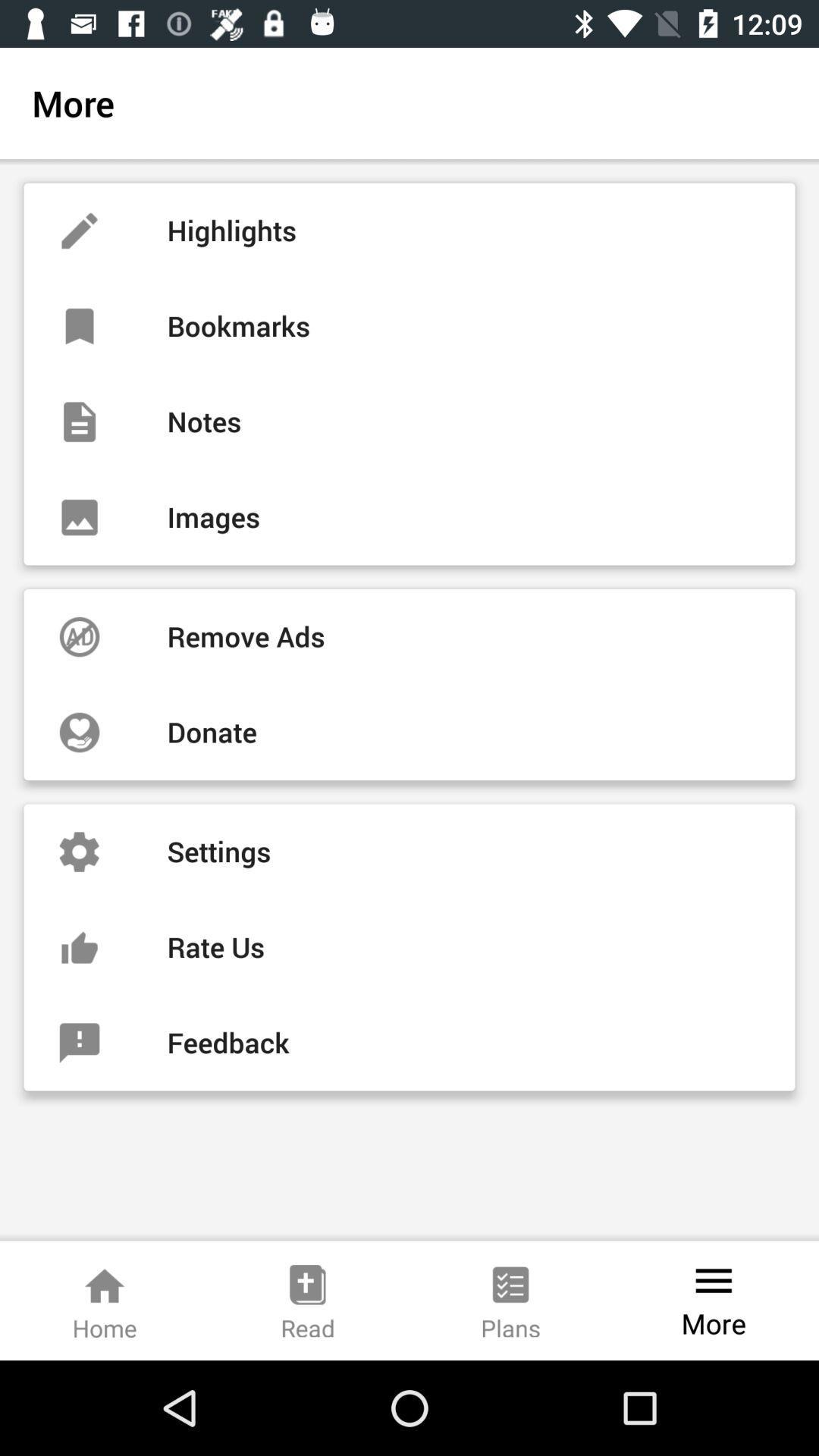  I want to click on icon above the feedback item, so click(409, 946).